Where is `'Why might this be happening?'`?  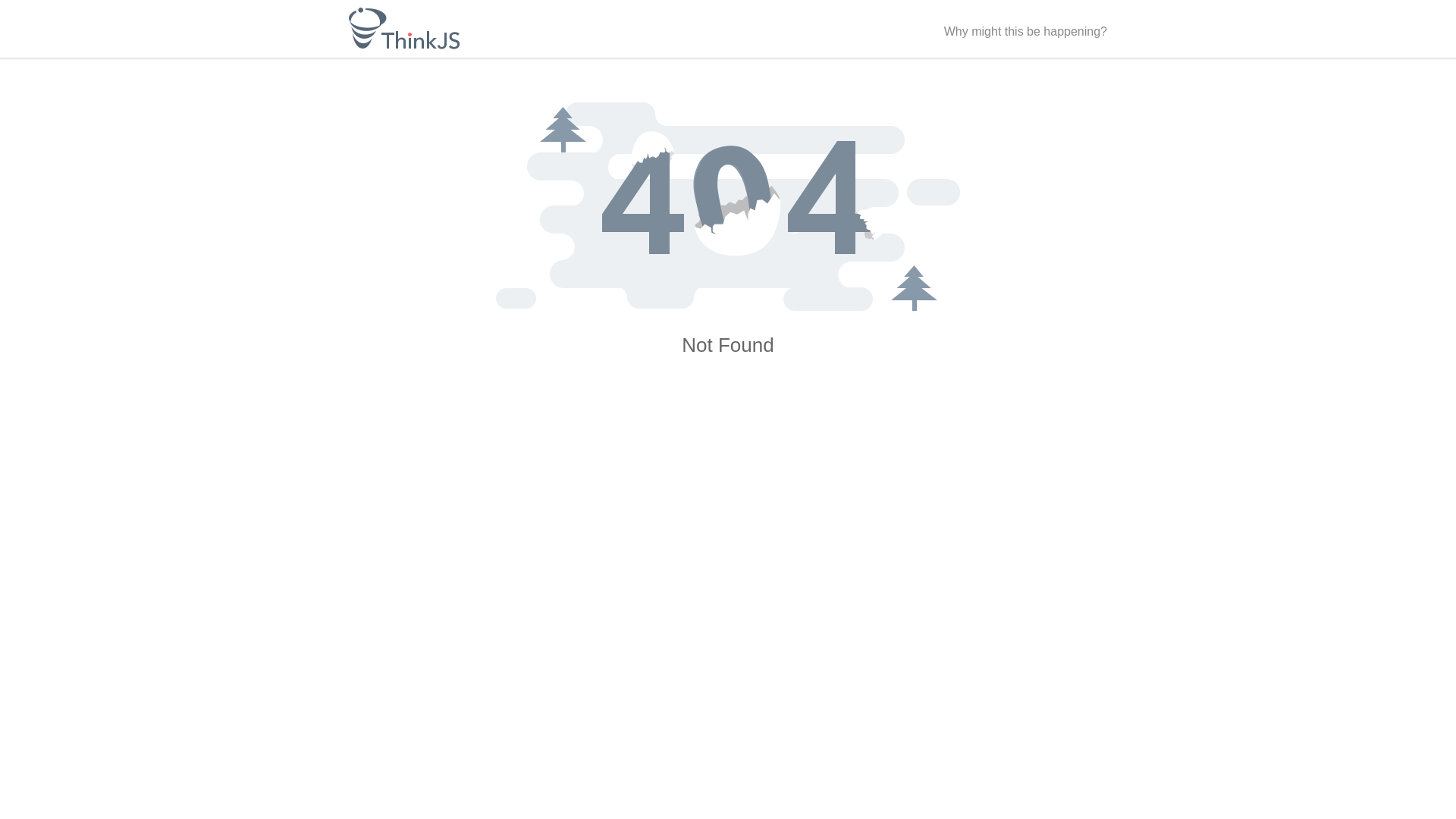
'Why might this be happening?' is located at coordinates (1025, 31).